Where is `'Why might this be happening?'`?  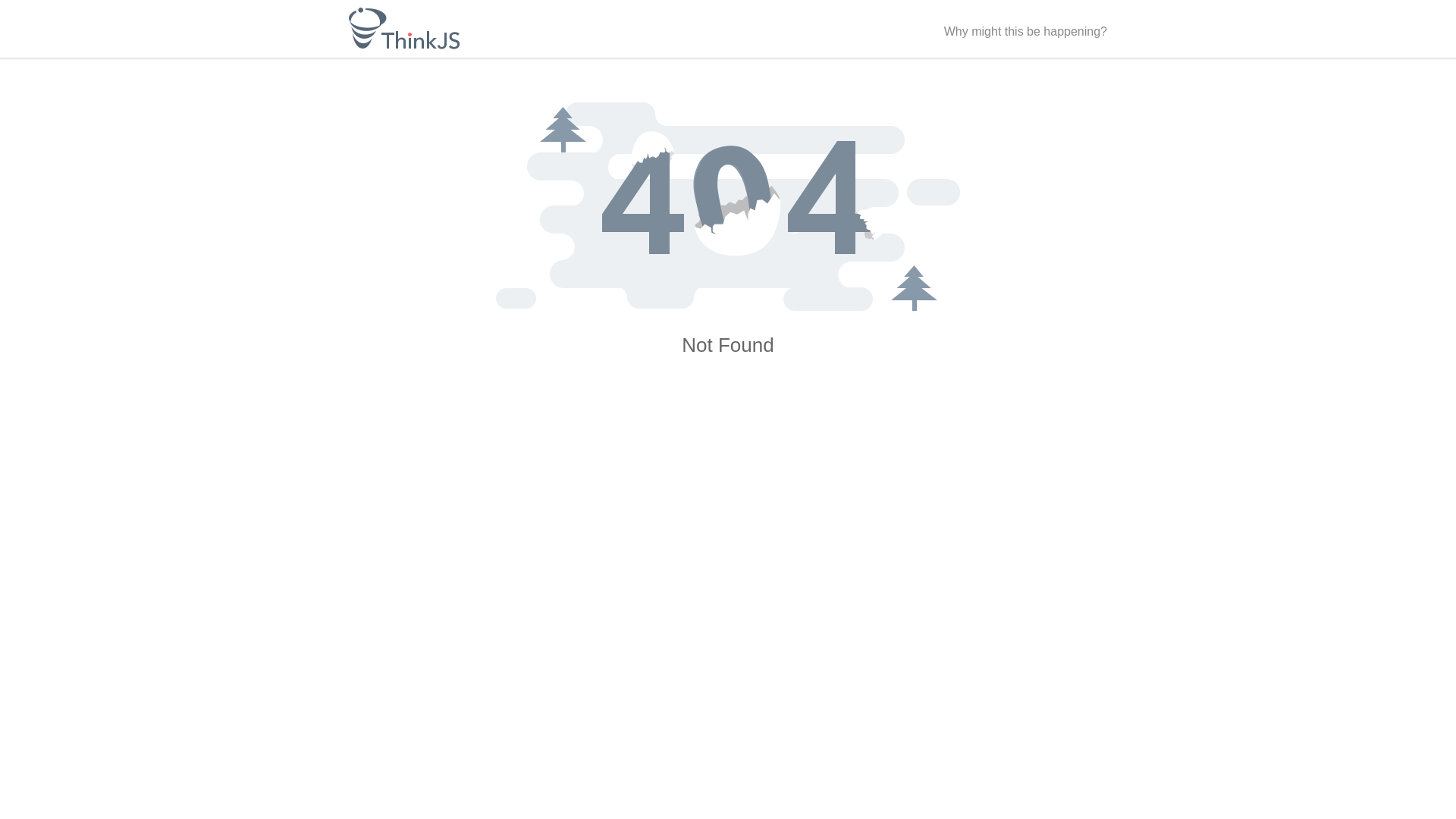
'Why might this be happening?' is located at coordinates (1025, 31).